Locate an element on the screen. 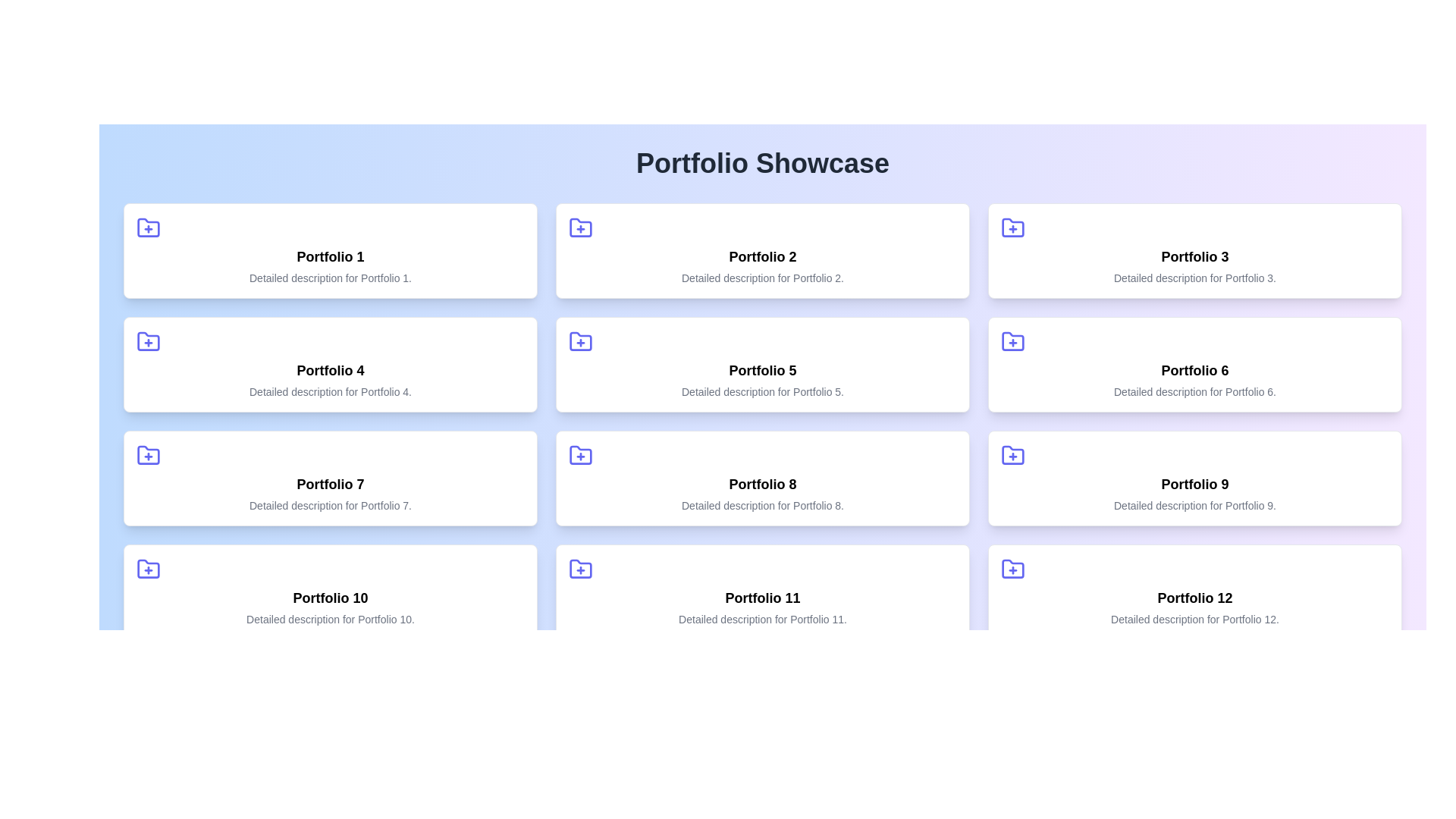 Image resolution: width=1456 pixels, height=819 pixels. the text display that shows 'Portfolio 2', which is the title text within the card in the second column of the first row in the 'Portfolio Showcase' section is located at coordinates (763, 256).